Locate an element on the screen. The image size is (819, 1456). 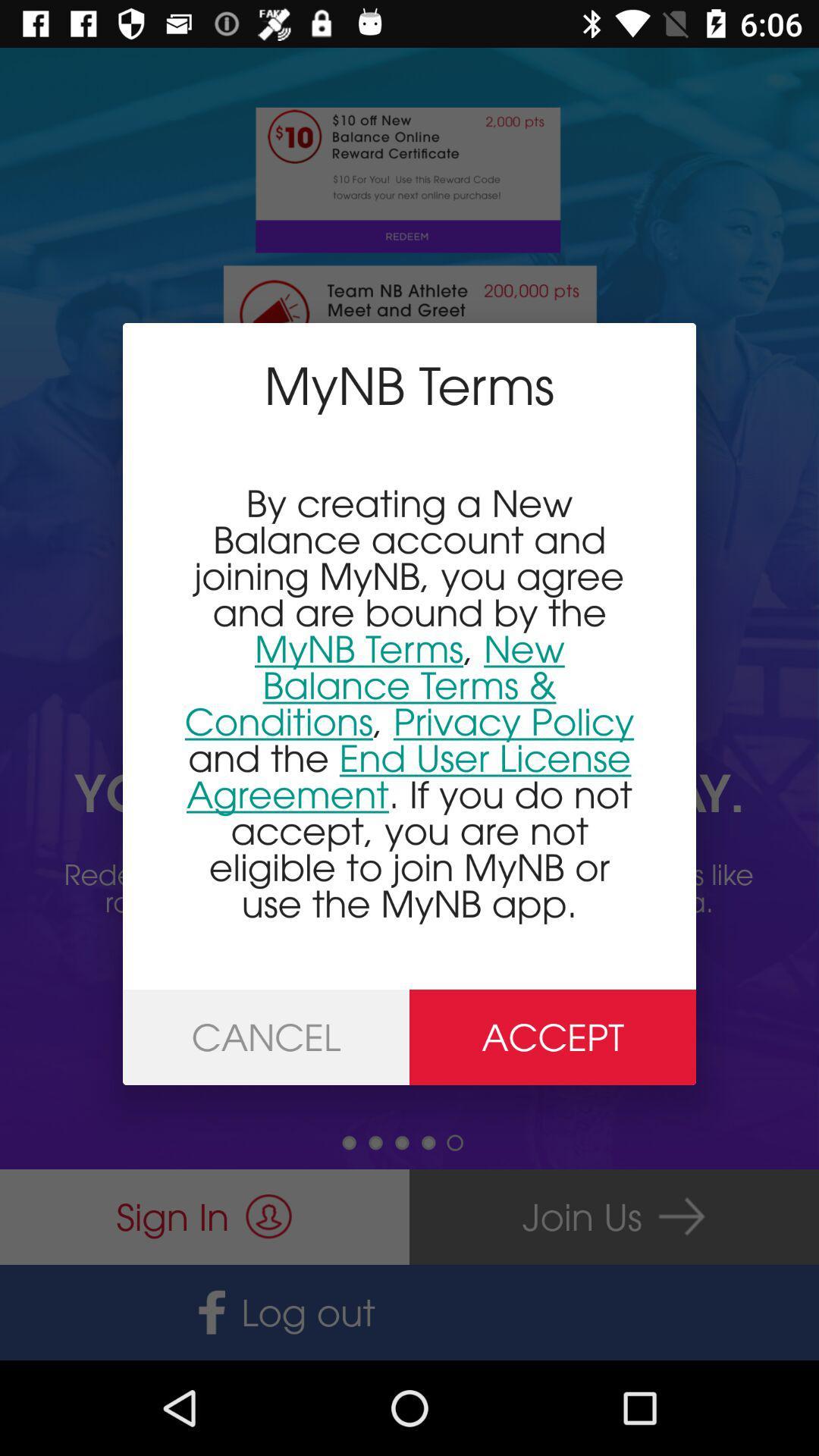
the icon to the left of accept item is located at coordinates (265, 1037).